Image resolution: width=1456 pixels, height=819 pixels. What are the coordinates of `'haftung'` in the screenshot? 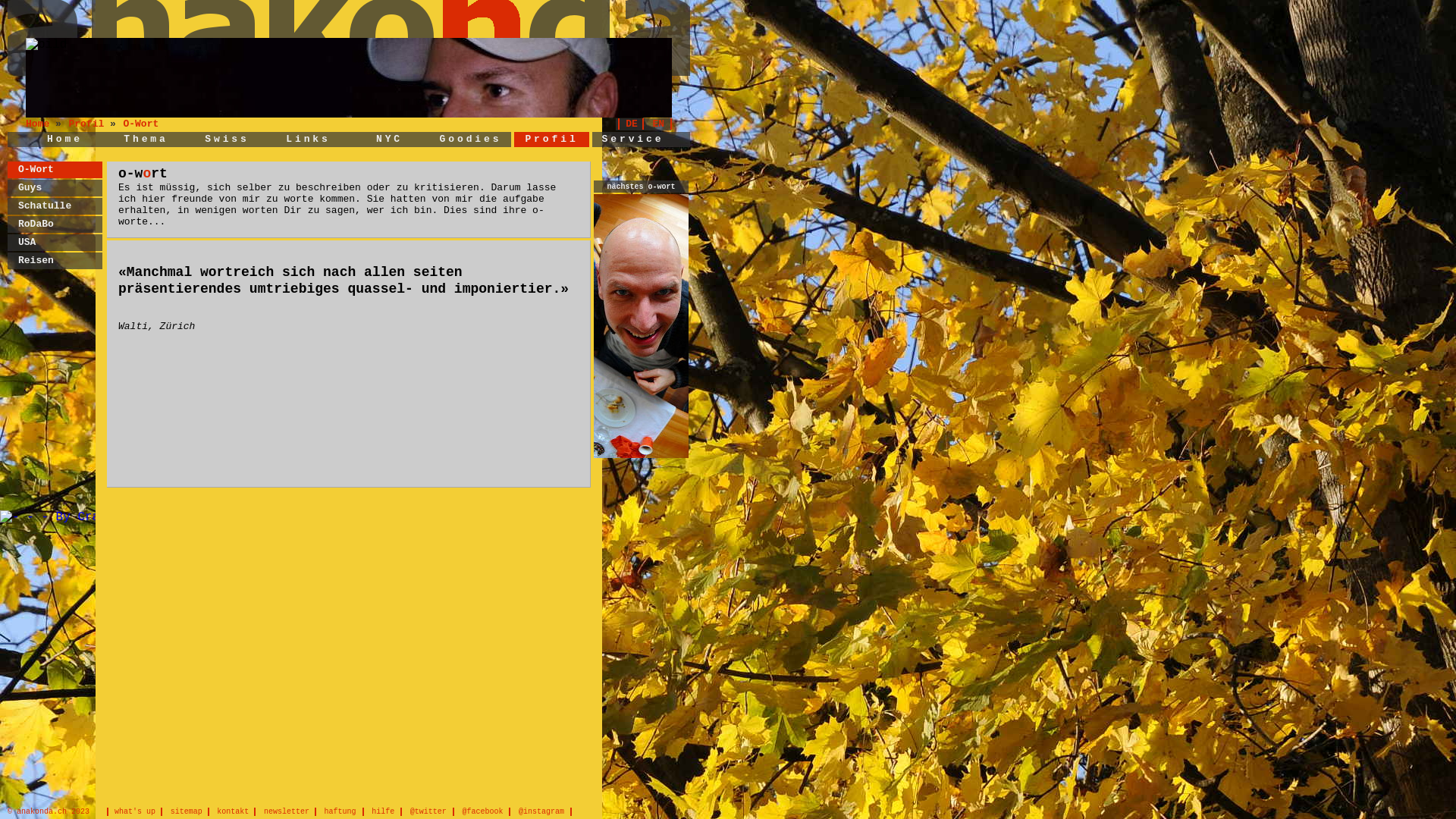 It's located at (322, 811).